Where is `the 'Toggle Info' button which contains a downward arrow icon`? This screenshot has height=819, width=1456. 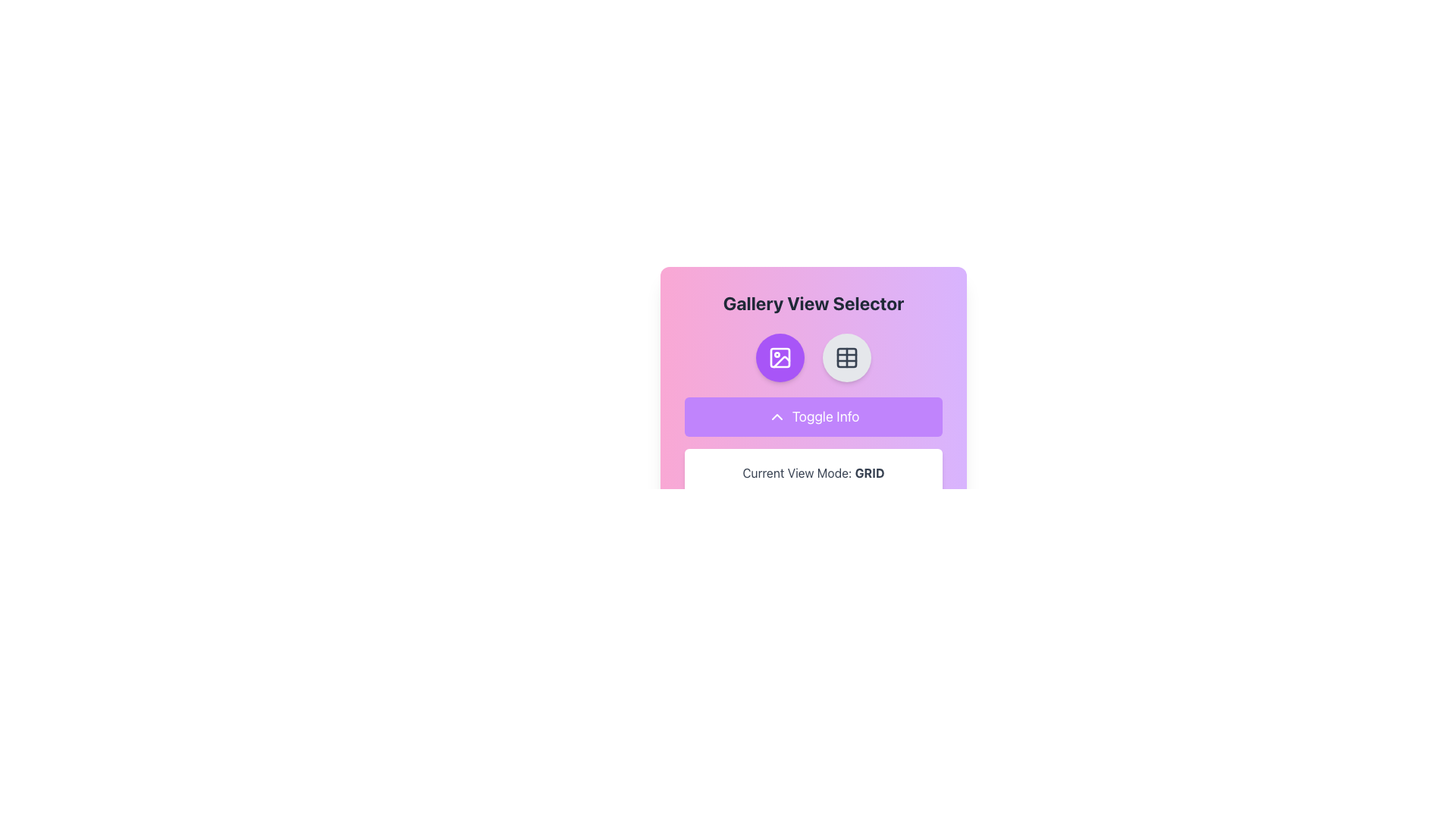
the 'Toggle Info' button which contains a downward arrow icon is located at coordinates (776, 417).